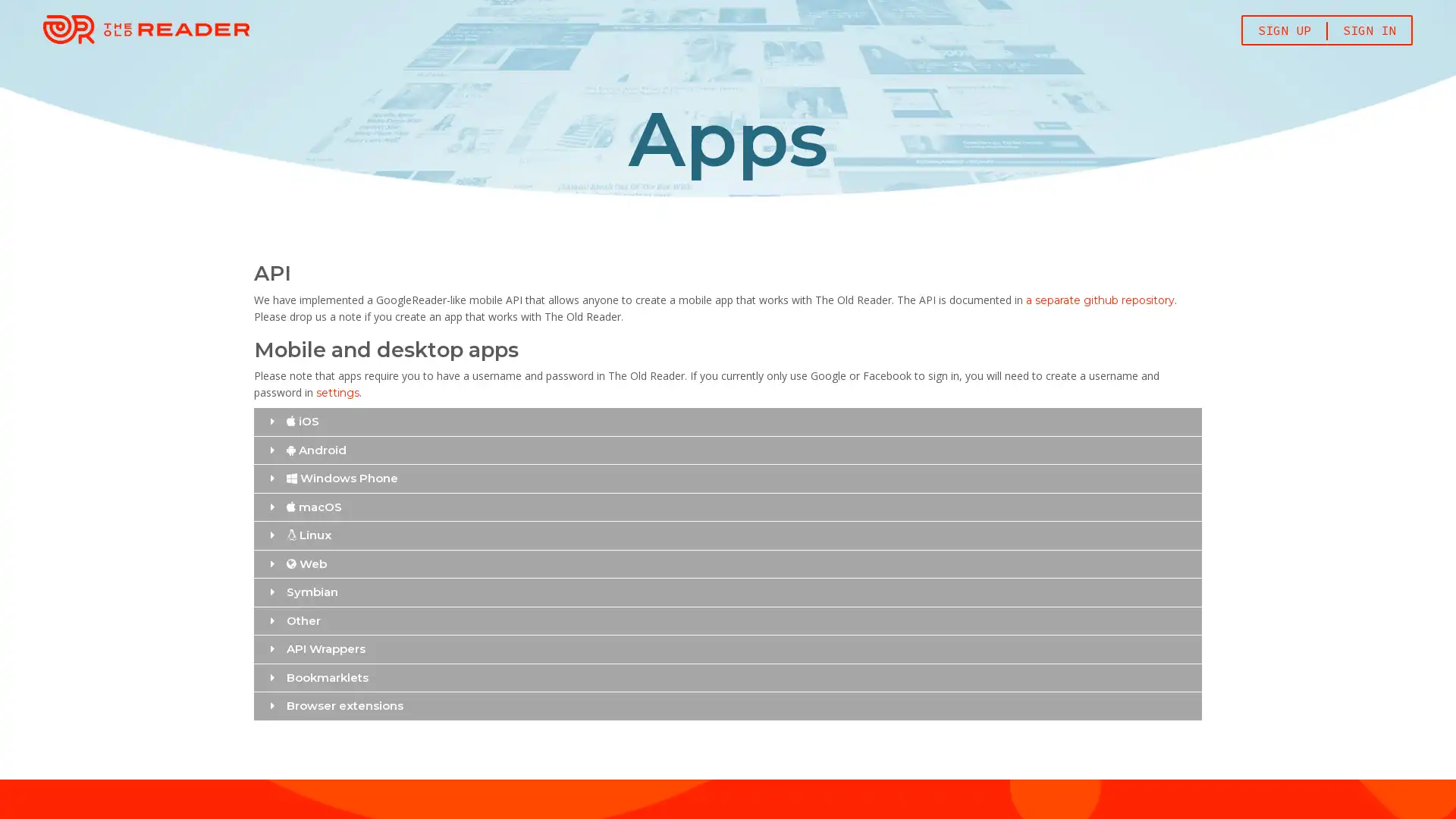 This screenshot has width=1456, height=819. I want to click on Bookmarklets, so click(726, 676).